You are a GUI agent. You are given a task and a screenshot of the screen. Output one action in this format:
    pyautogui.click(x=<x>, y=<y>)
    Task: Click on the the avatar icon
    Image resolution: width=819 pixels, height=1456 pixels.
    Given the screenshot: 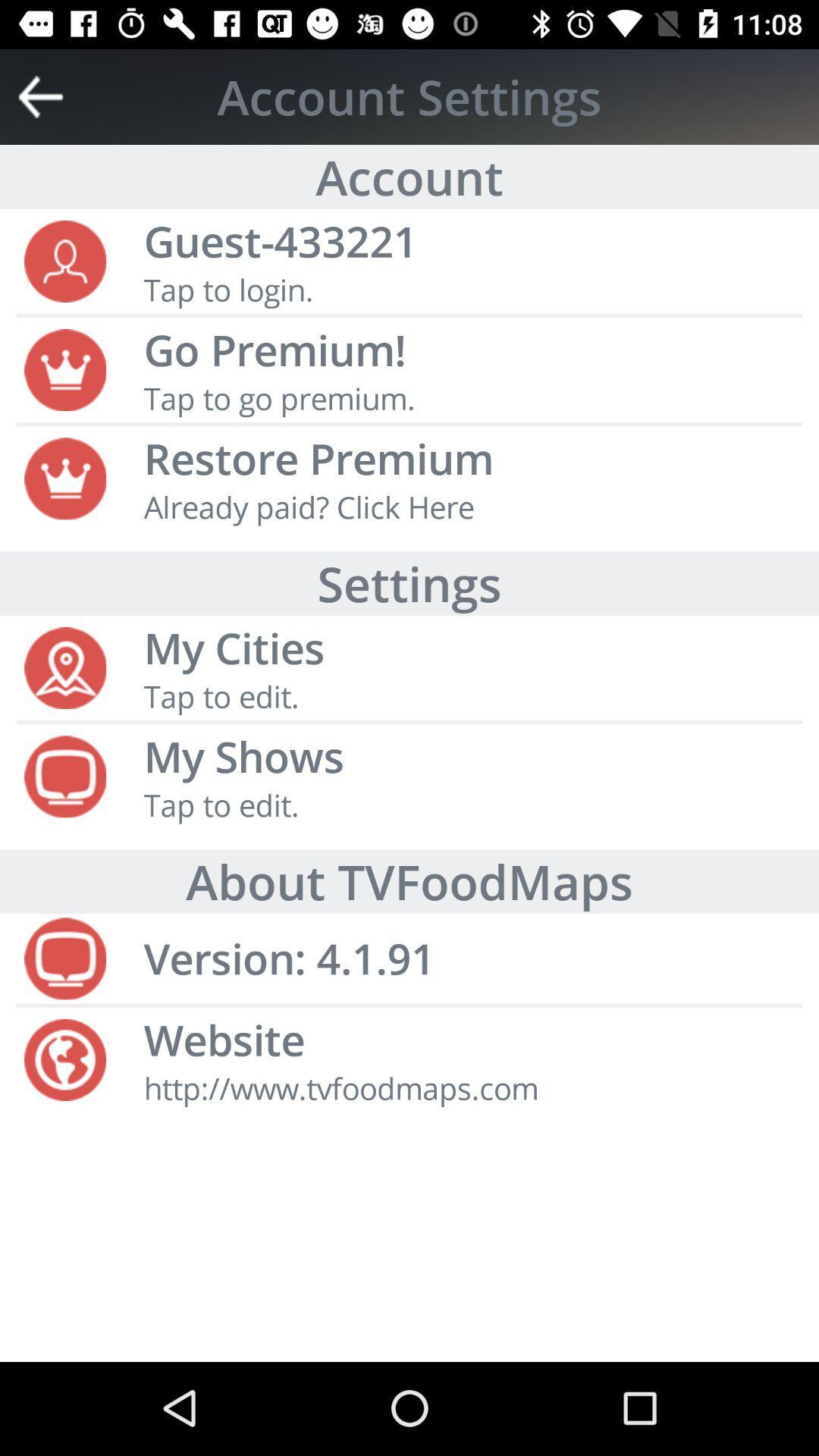 What is the action you would take?
    pyautogui.click(x=64, y=259)
    